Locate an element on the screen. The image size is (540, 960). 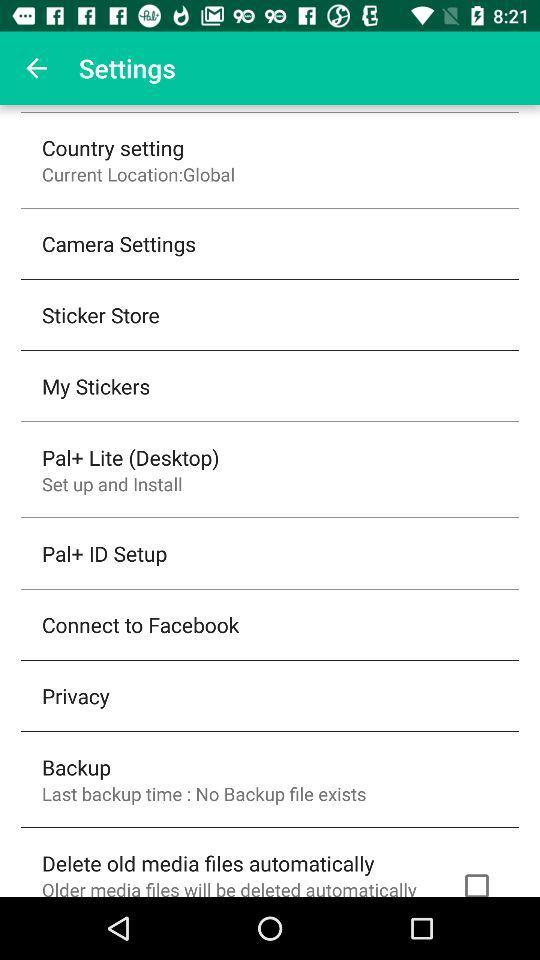
icon above pal+ id setup is located at coordinates (112, 483).